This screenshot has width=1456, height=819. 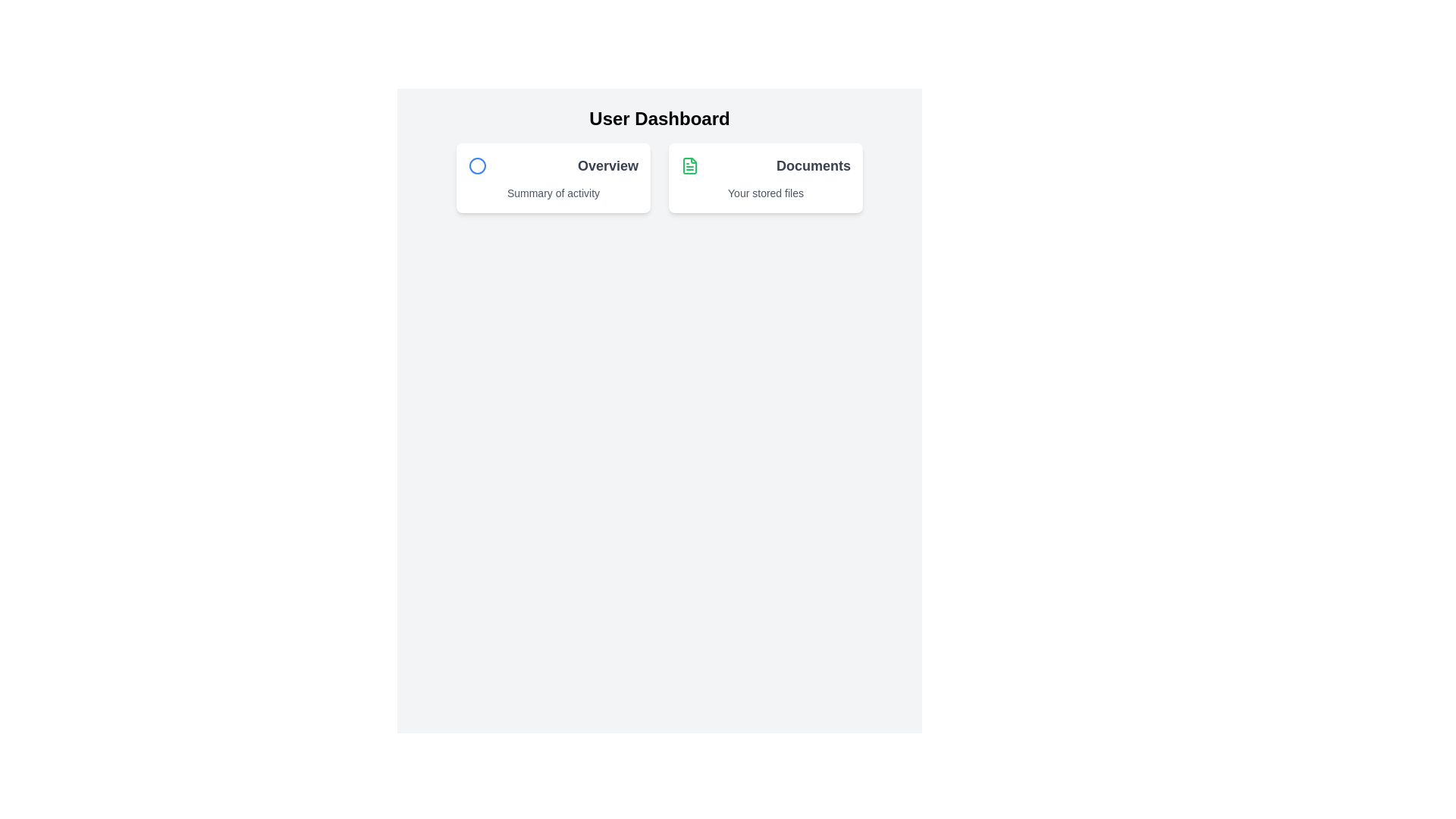 What do you see at coordinates (689, 166) in the screenshot?
I see `'Documents' icon located in the second card from the left in the main section of the dashboard, which is positioned to the left of the label 'Documents'` at bounding box center [689, 166].